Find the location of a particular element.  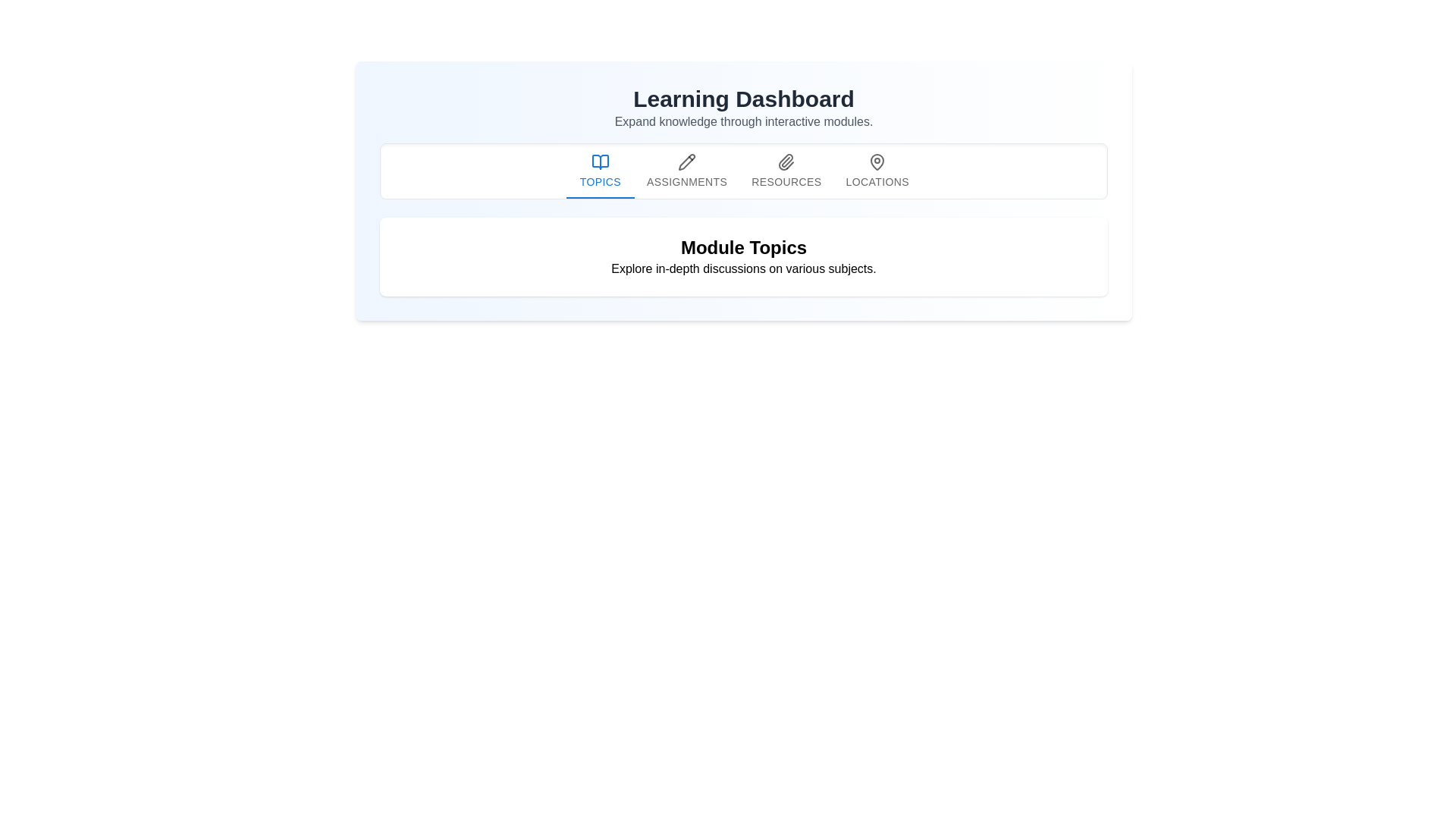

the 'Assignments' tab, which is the second tab in a series of four, styled with a bold blue font and a pencil icon above the text is located at coordinates (686, 171).